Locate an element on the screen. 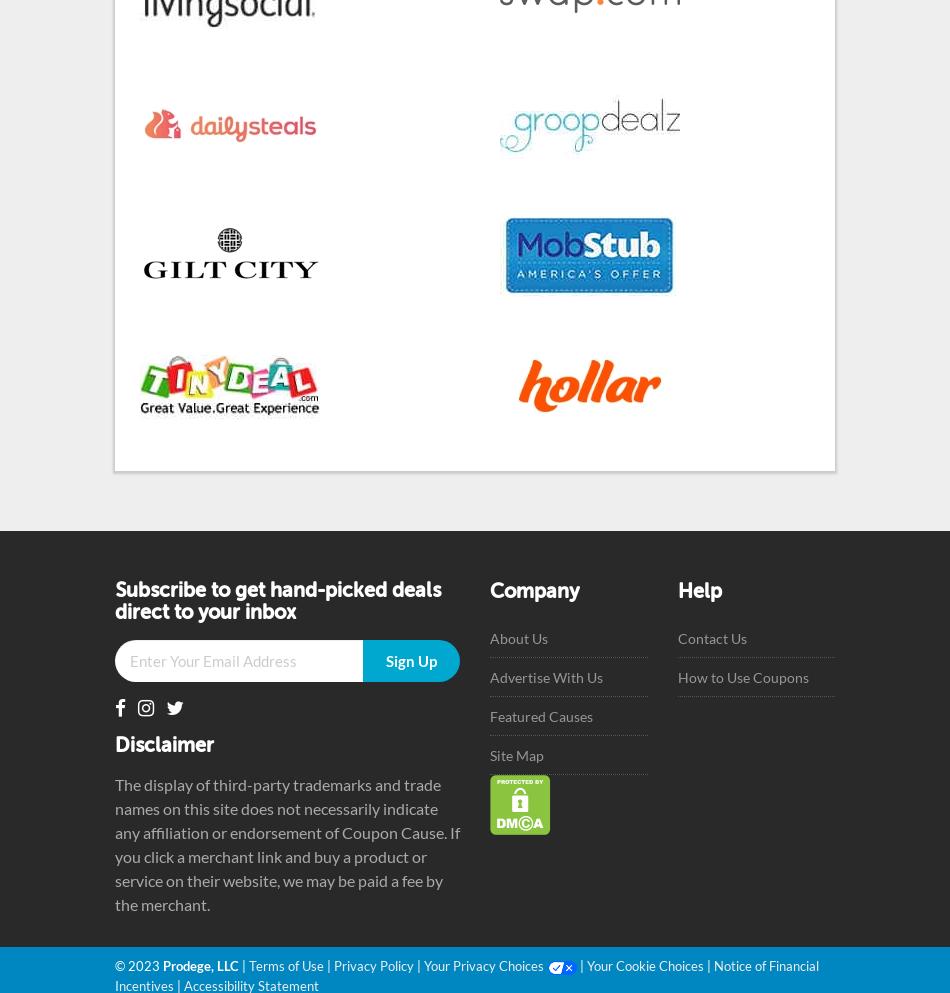 Image resolution: width=950 pixels, height=993 pixels. 'Contact Us' is located at coordinates (711, 637).